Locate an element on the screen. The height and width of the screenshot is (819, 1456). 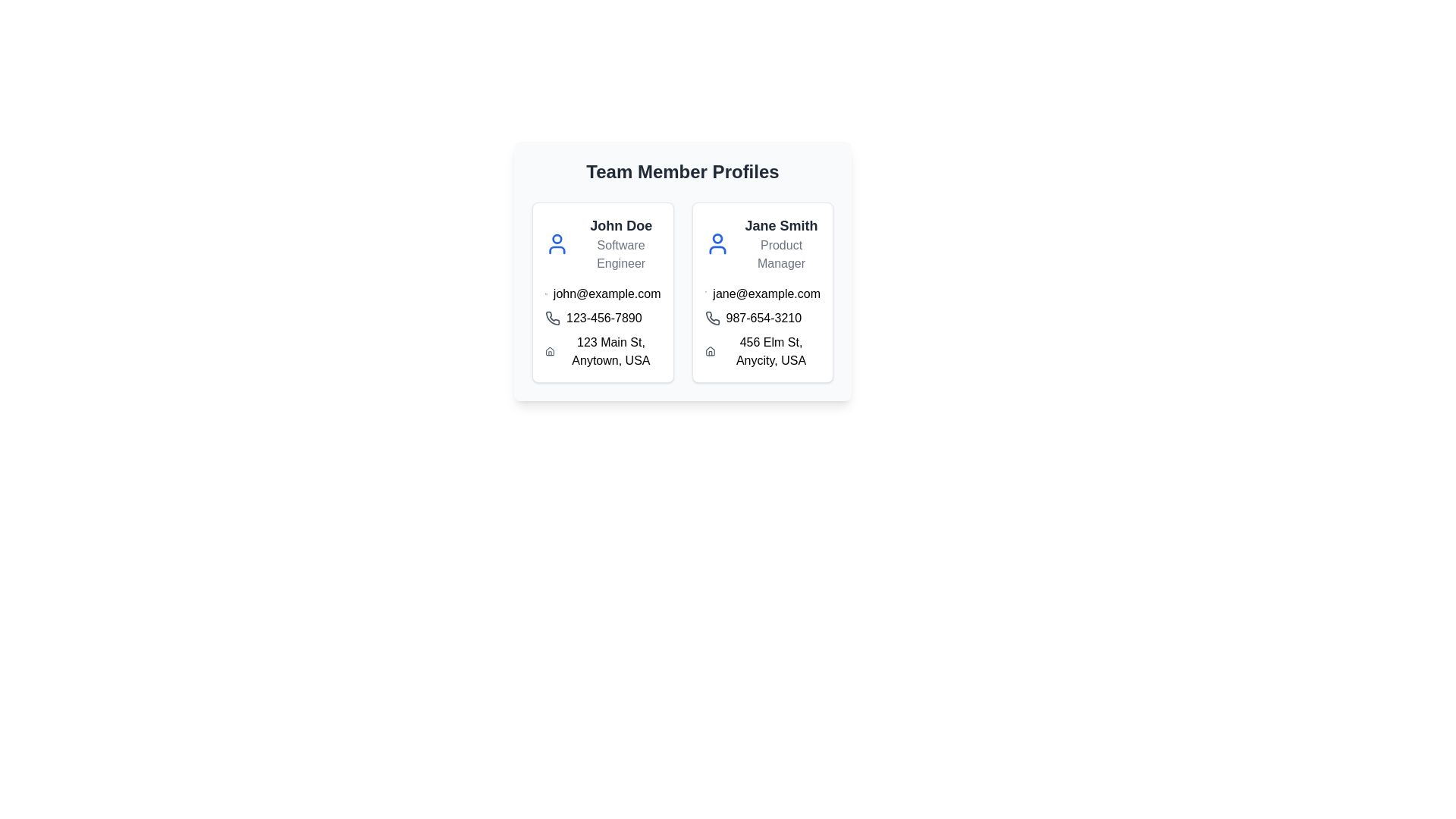
the text display element that shows 'Jane Smith' and 'Product Manager' in a card layout located in the second, right-hand card is located at coordinates (781, 243).